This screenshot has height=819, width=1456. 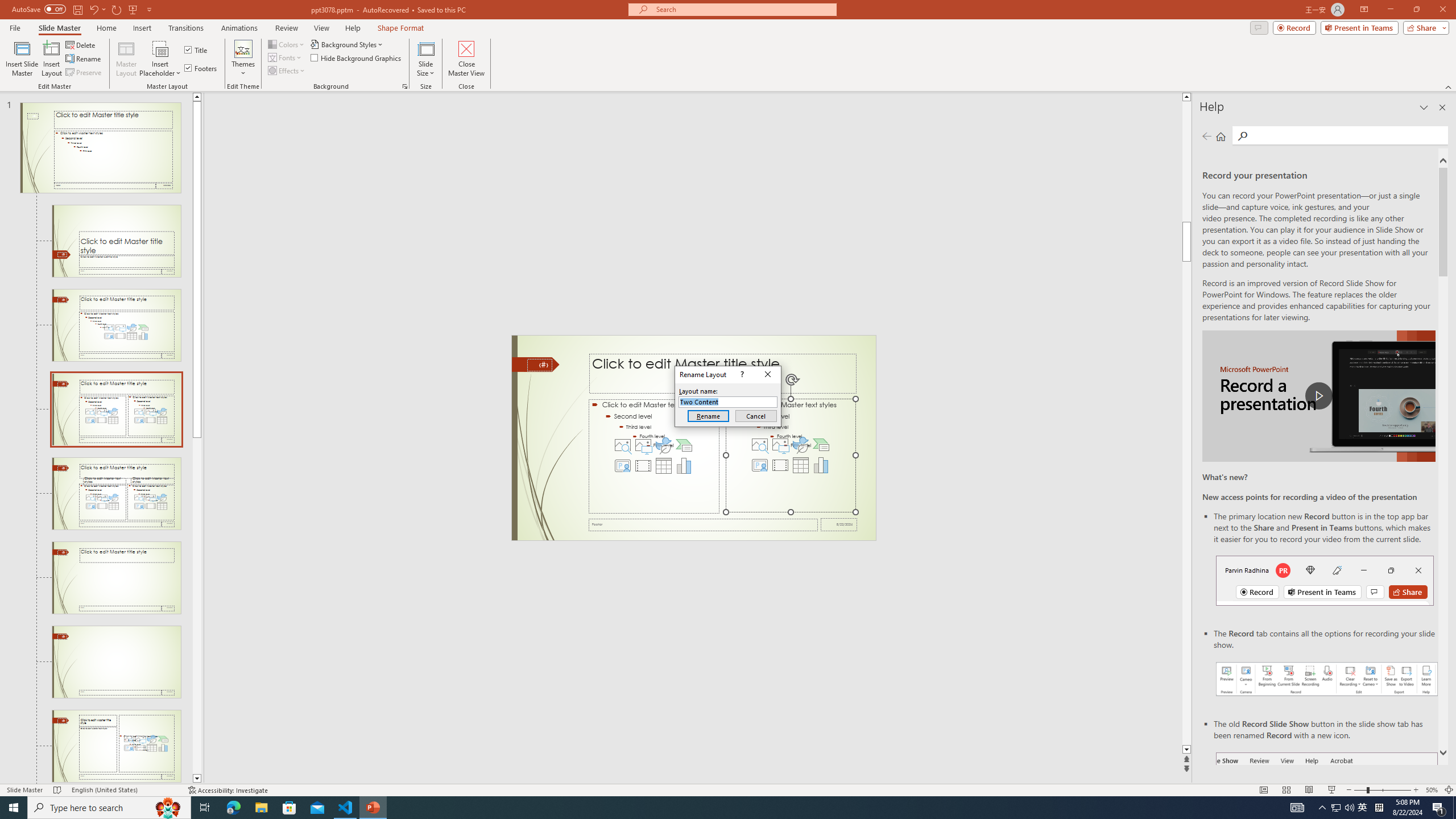 I want to click on 'Record your presentations screenshot one', so click(x=1326, y=678).